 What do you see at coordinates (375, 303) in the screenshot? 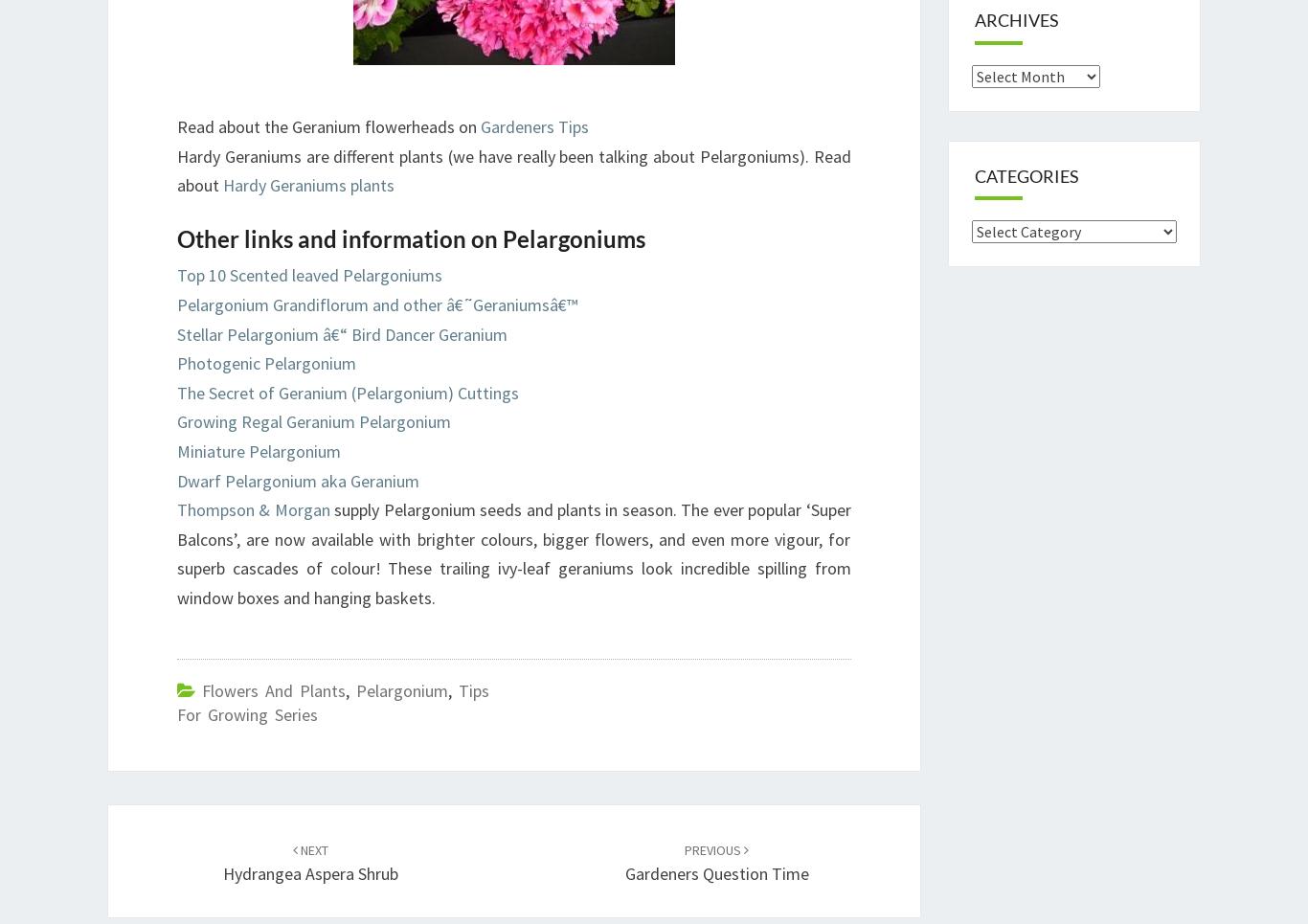
I see `'Pelargonium Grandiflorum and other â€˜Geraniumsâ€™'` at bounding box center [375, 303].